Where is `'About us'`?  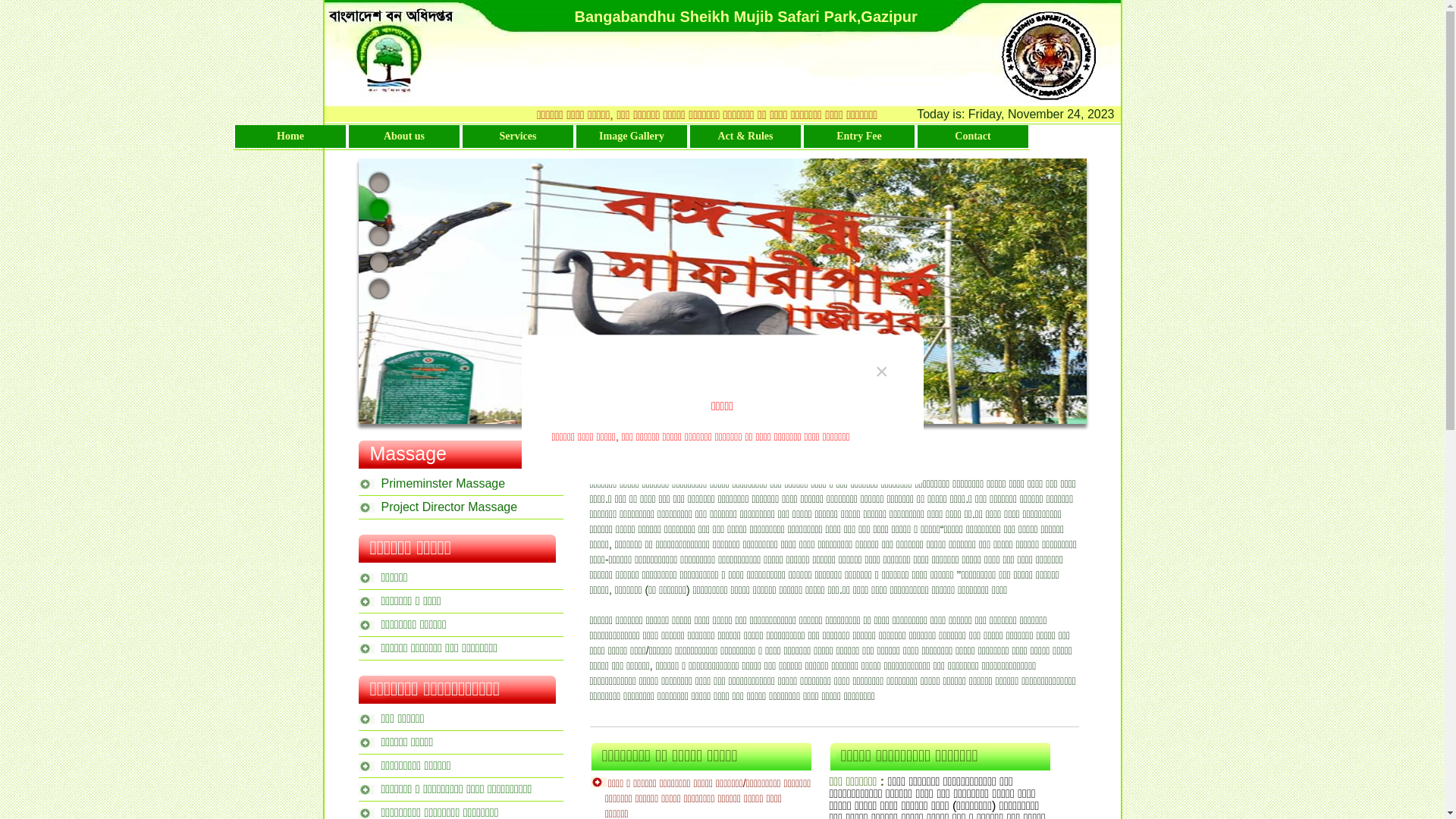 'About us' is located at coordinates (403, 136).